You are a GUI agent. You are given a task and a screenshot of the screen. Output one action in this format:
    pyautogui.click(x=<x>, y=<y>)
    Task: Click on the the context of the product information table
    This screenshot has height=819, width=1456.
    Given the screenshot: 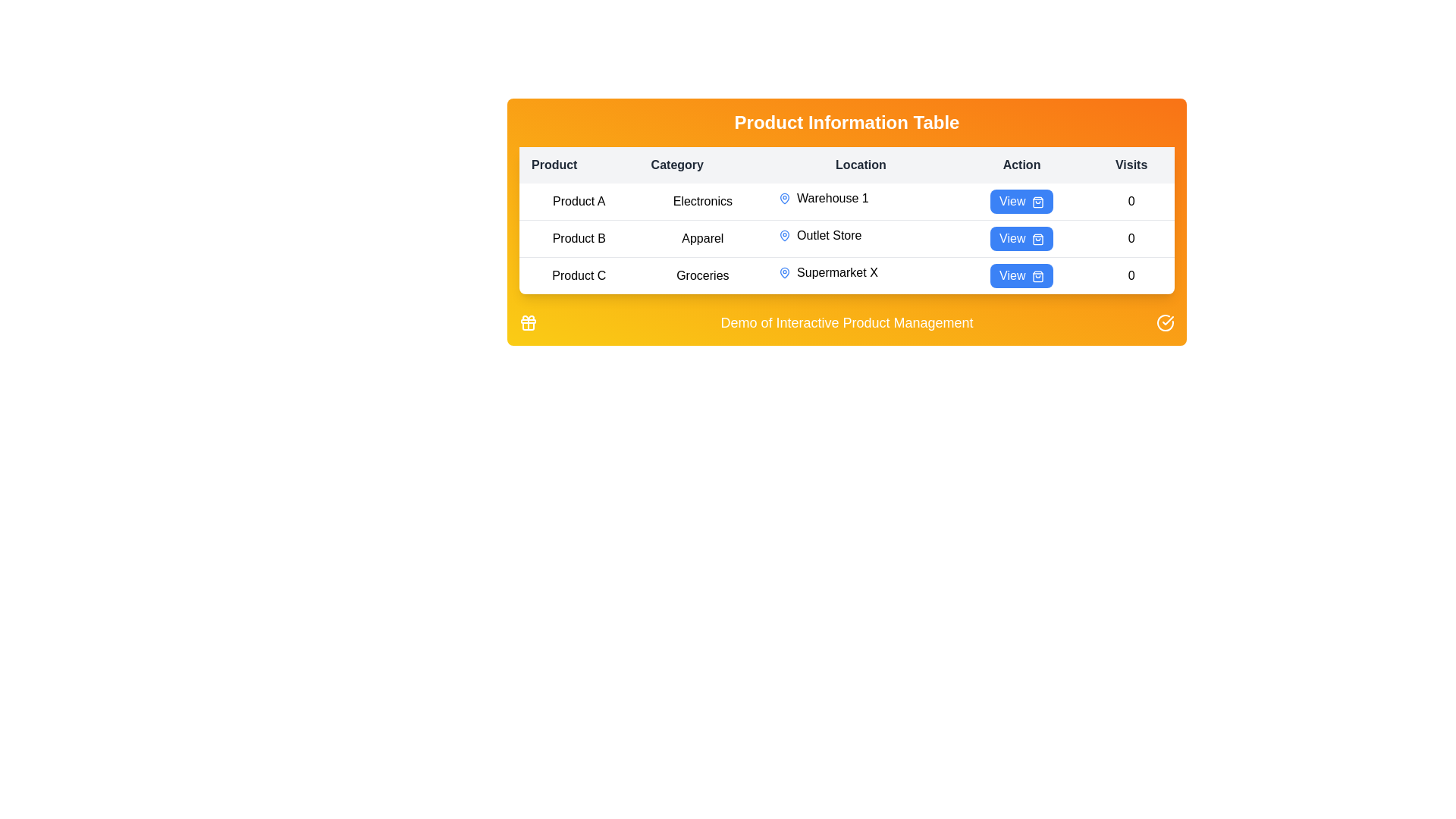 What is the action you would take?
    pyautogui.click(x=846, y=122)
    